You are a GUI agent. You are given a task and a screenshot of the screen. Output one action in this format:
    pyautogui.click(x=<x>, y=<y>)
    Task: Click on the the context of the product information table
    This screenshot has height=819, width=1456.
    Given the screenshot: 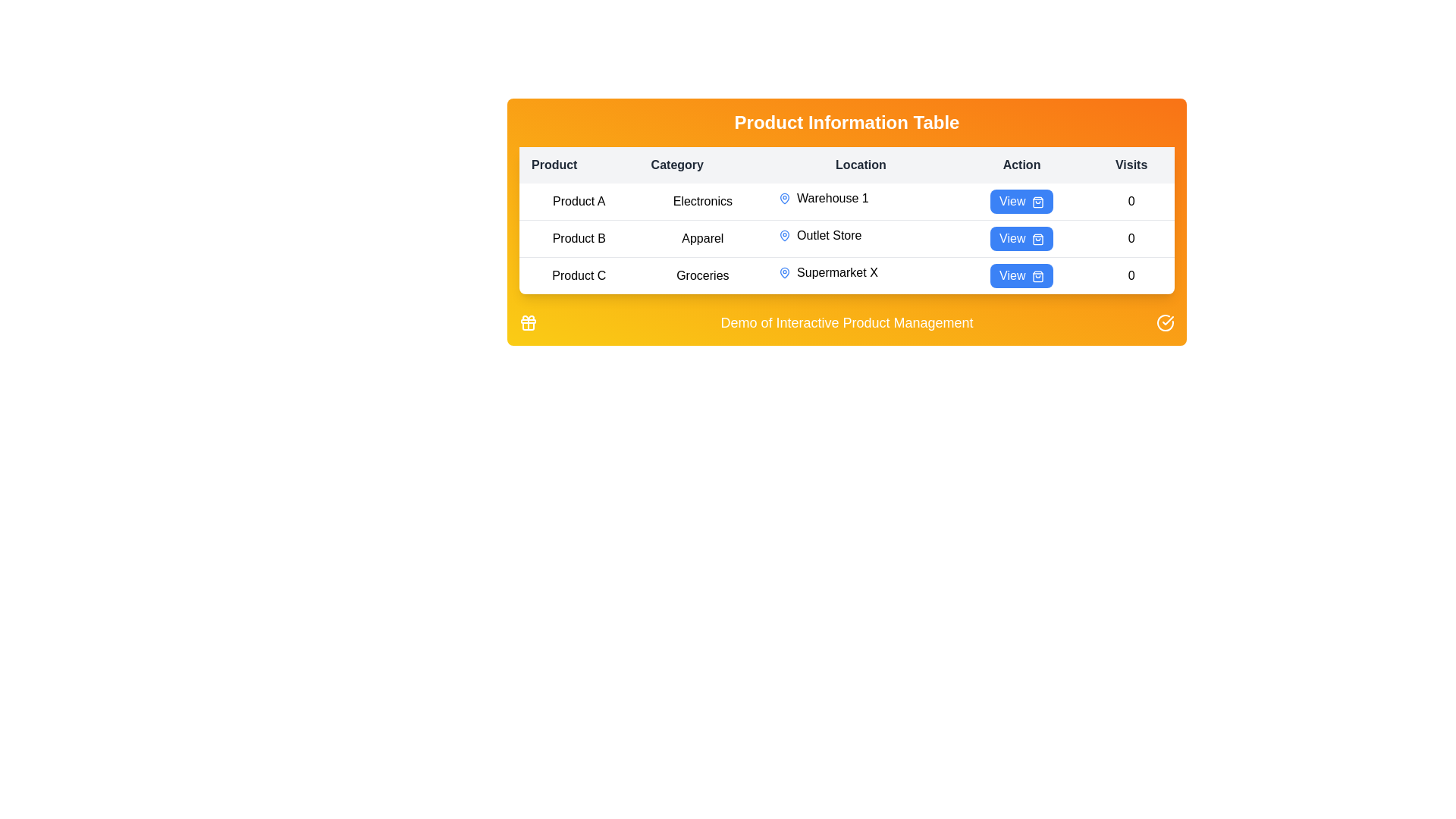 What is the action you would take?
    pyautogui.click(x=846, y=122)
    